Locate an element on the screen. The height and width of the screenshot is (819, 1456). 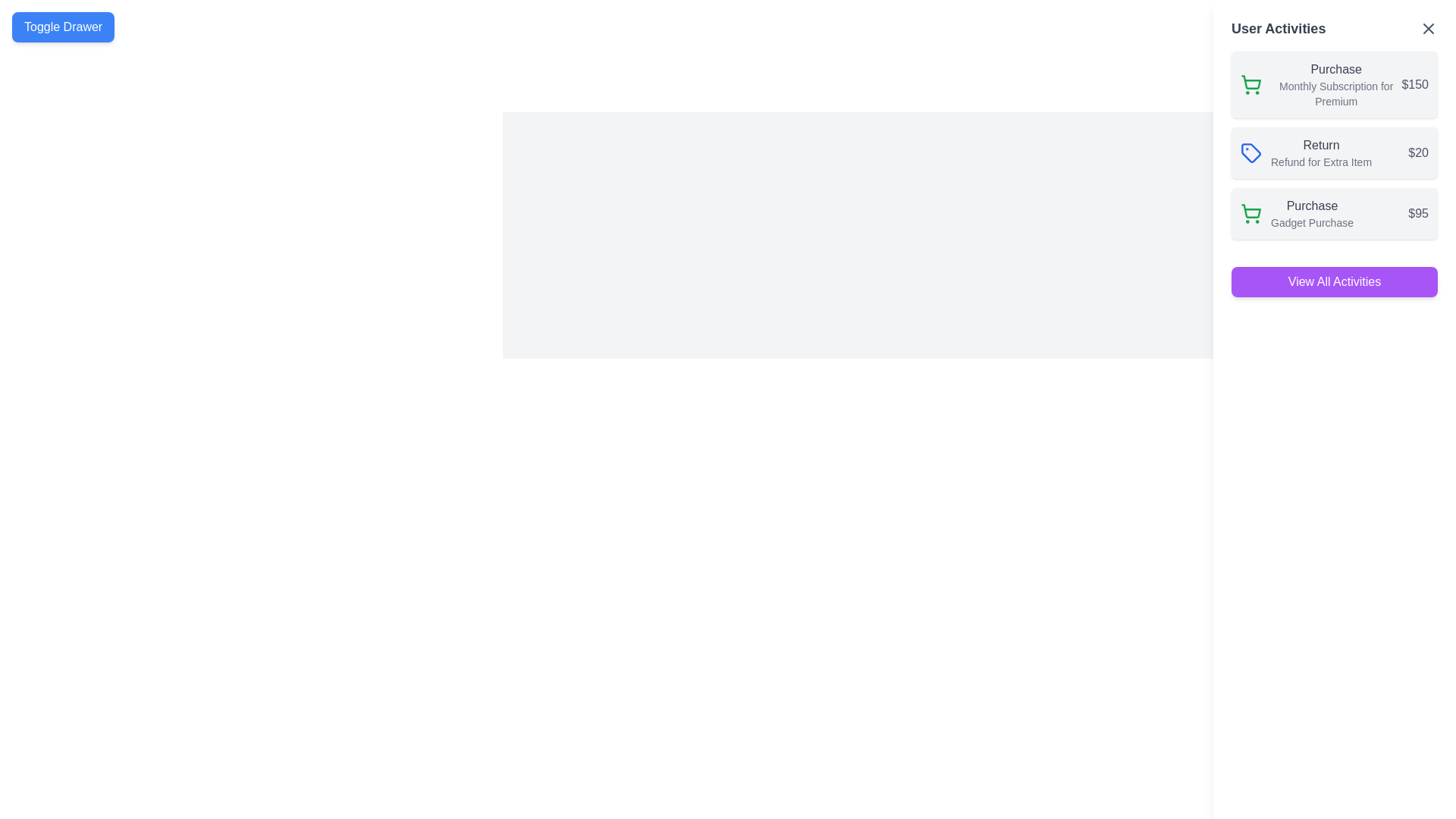
the monetary amount label displaying '$20' in medium gray color, which is aligned to the right within a user activity panel is located at coordinates (1417, 152).